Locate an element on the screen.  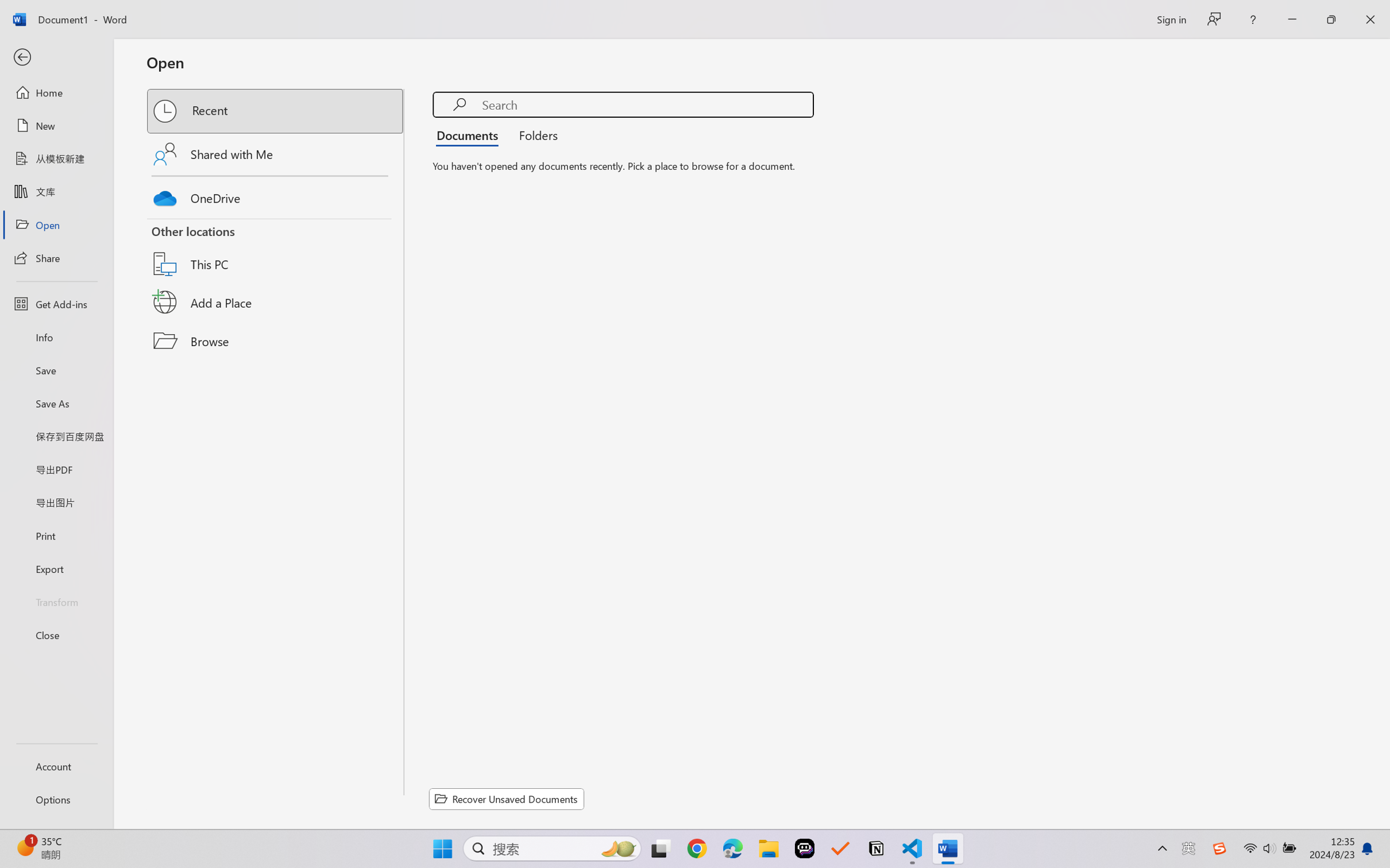
'Documents' is located at coordinates (470, 134).